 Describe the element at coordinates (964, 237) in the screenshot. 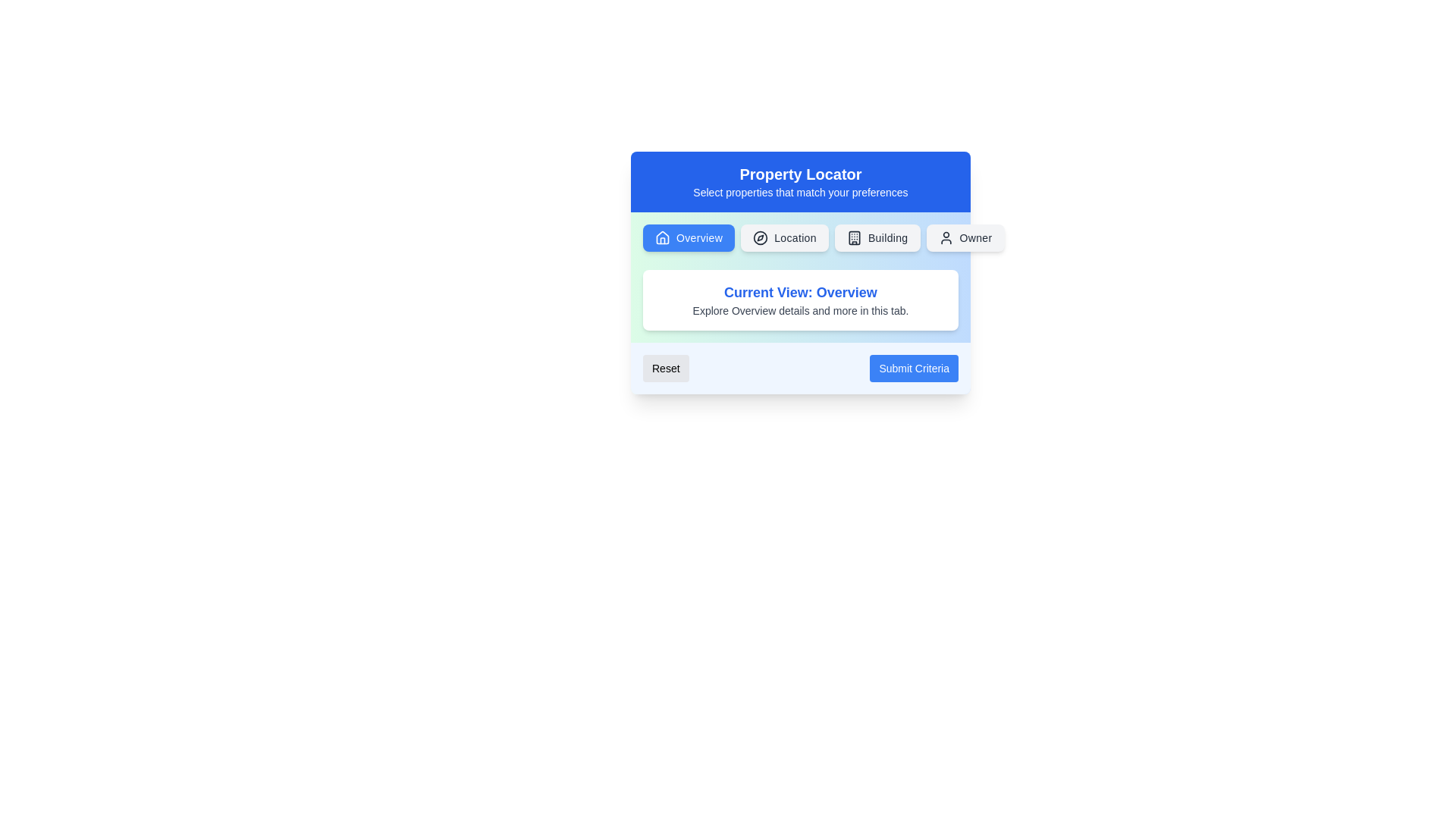

I see `the 'Owner' navigation tab button located at the top-right side of the interface's main card for keyboard interaction` at that location.